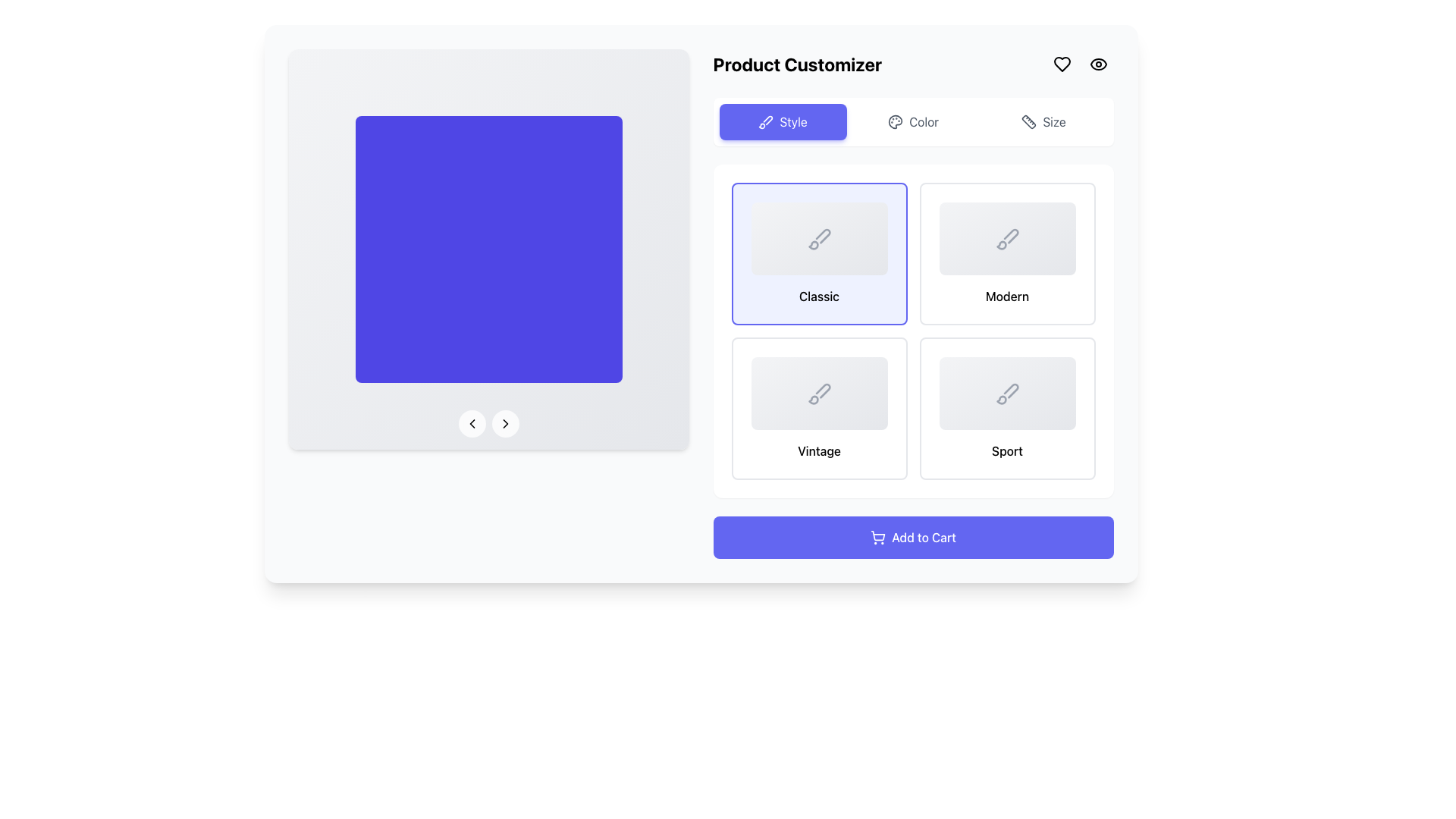 This screenshot has height=819, width=1456. What do you see at coordinates (822, 236) in the screenshot?
I see `the 'Classic' style icon located within the 'Style' section of the product customizer interface` at bounding box center [822, 236].